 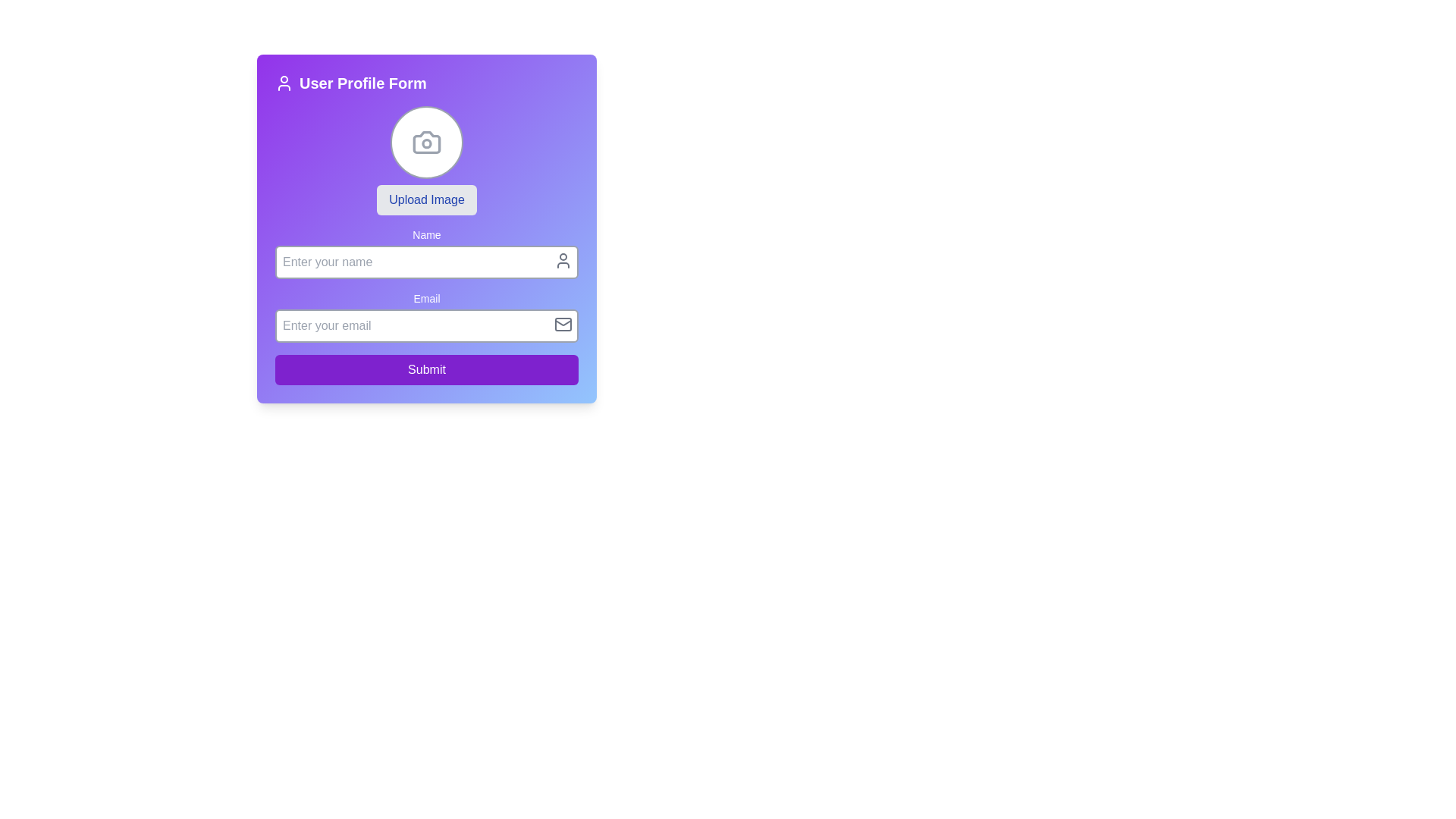 I want to click on the icon that visually indicates the 'Enter your name' text input field, which is positioned towards the top-right inside the input box, so click(x=563, y=259).